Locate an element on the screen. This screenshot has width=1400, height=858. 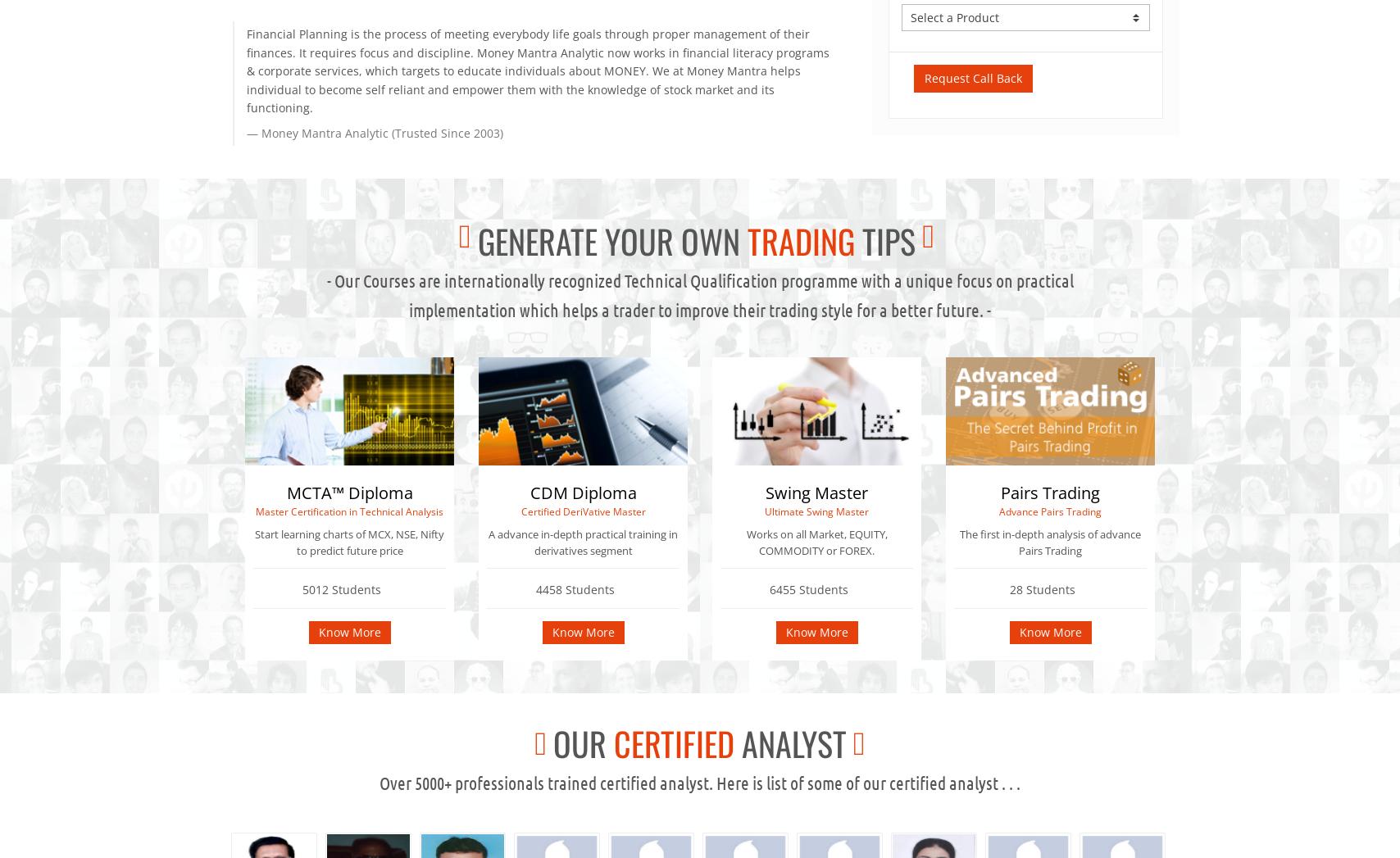
'MCTA™ Diploma' is located at coordinates (285, 492).